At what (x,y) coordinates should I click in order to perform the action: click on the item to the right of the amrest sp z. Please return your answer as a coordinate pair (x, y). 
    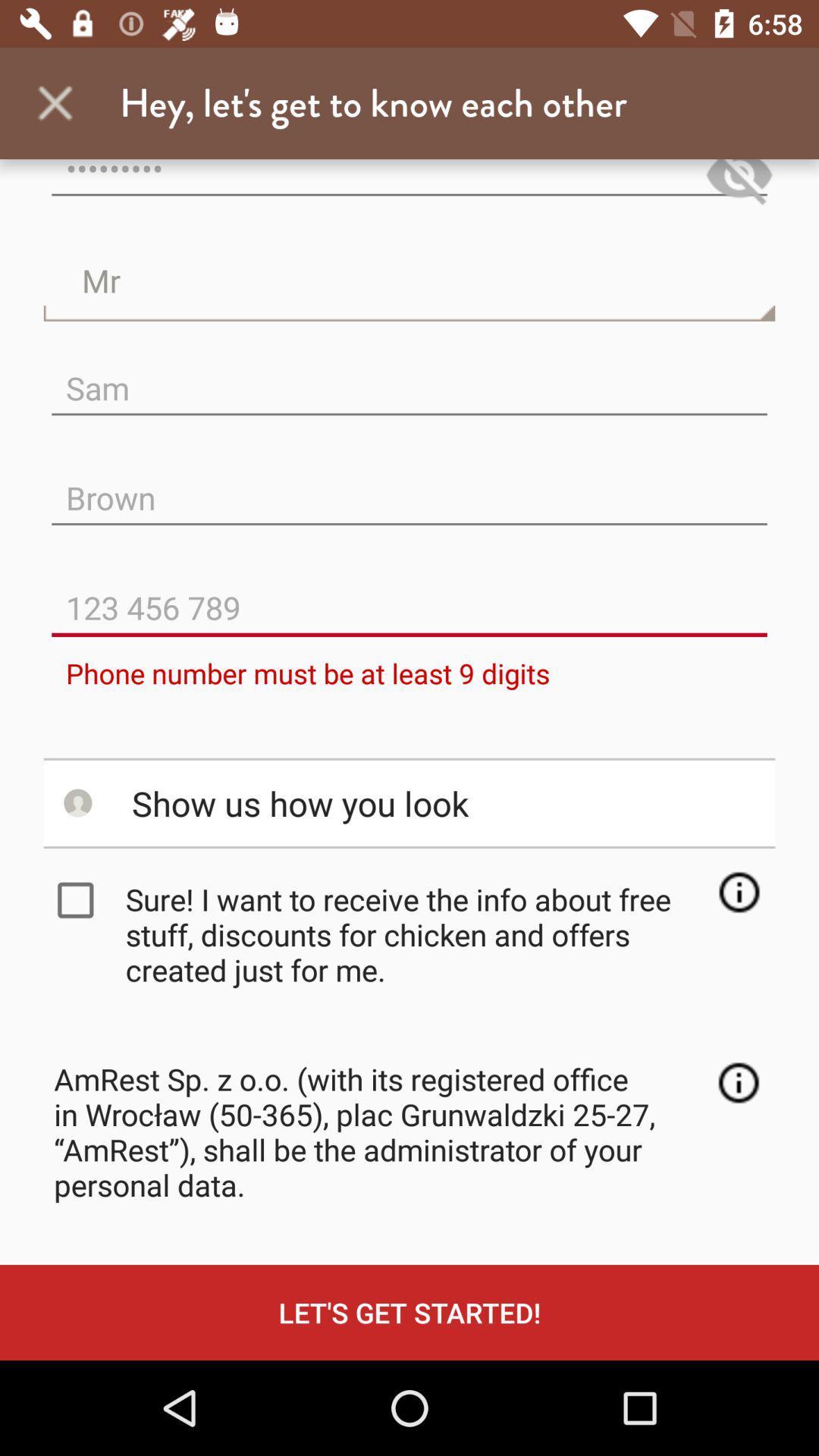
    Looking at the image, I should click on (738, 1082).